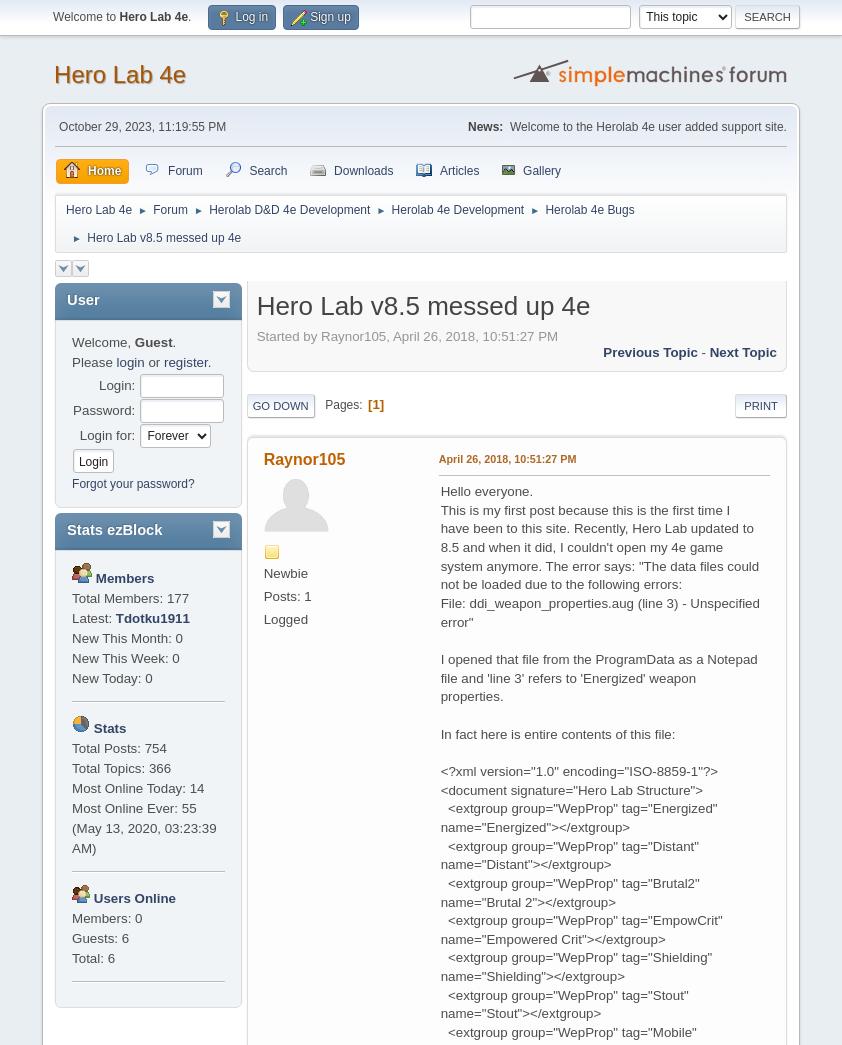 Image resolution: width=842 pixels, height=1045 pixels. Describe the element at coordinates (484, 125) in the screenshot. I see `'News:'` at that location.